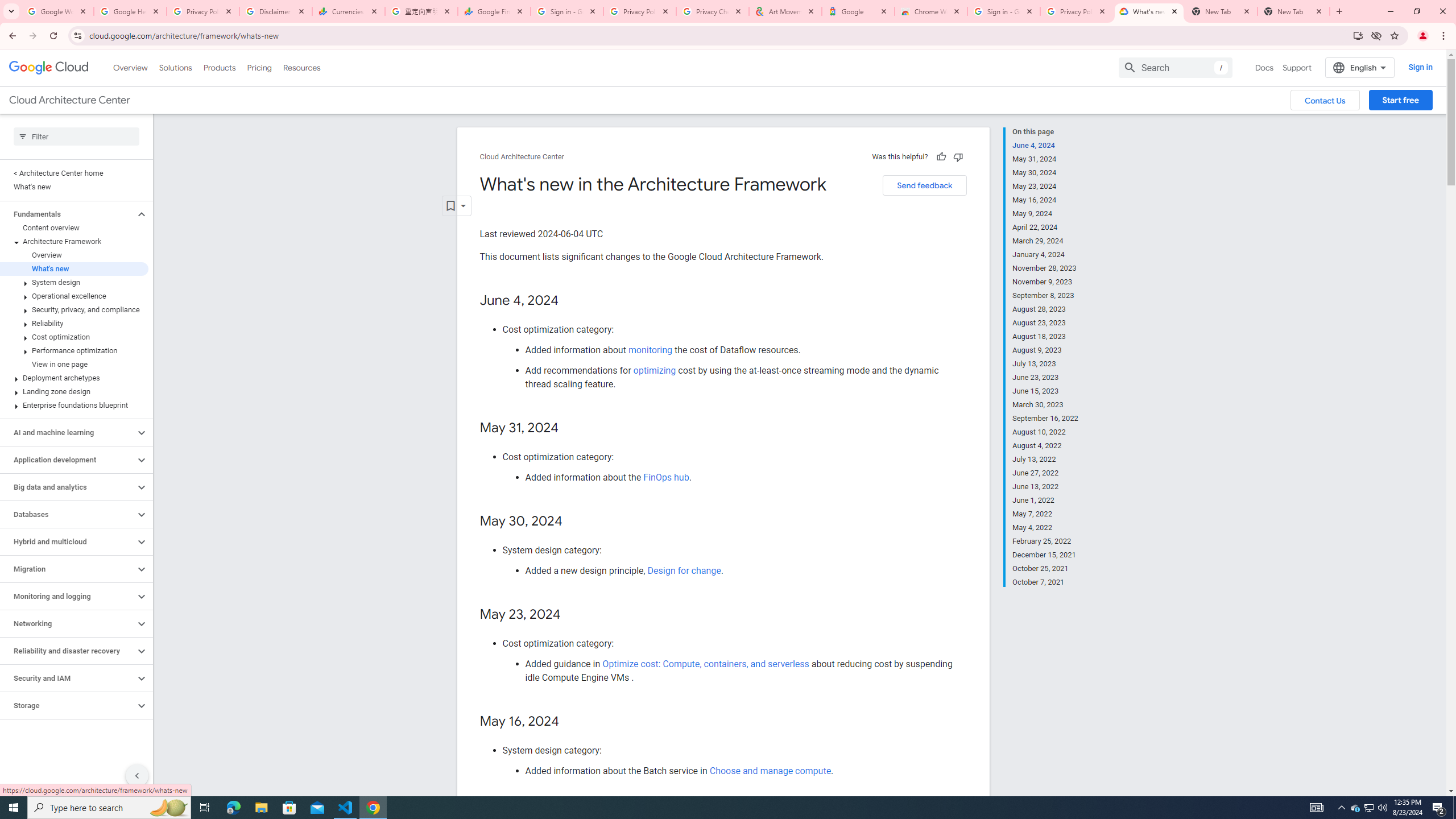 This screenshot has height=819, width=1456. Describe the element at coordinates (522, 156) in the screenshot. I see `'Cloud Architecture Center'` at that location.